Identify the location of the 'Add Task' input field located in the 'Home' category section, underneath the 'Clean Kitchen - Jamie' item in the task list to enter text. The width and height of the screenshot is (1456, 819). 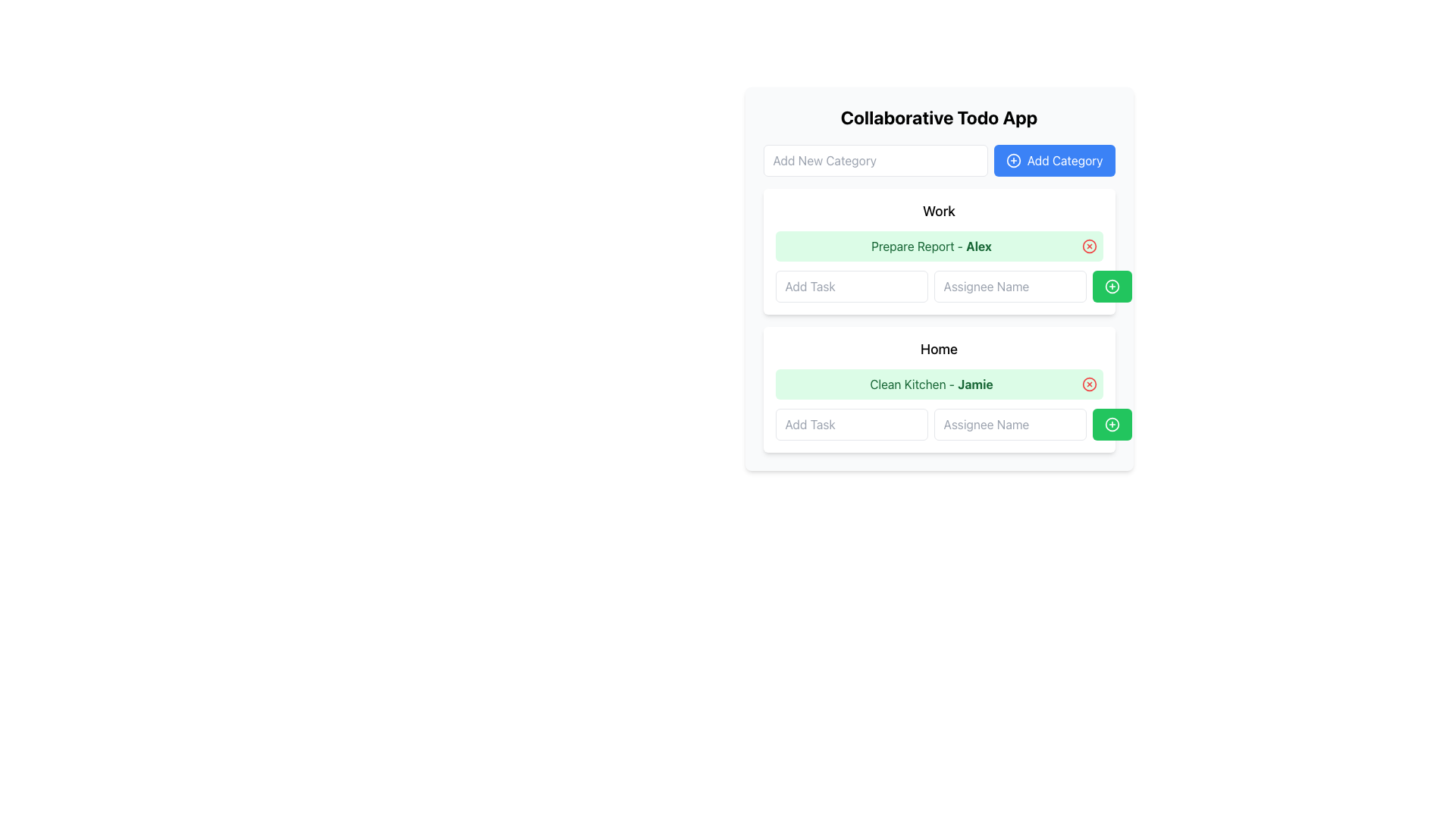
(938, 424).